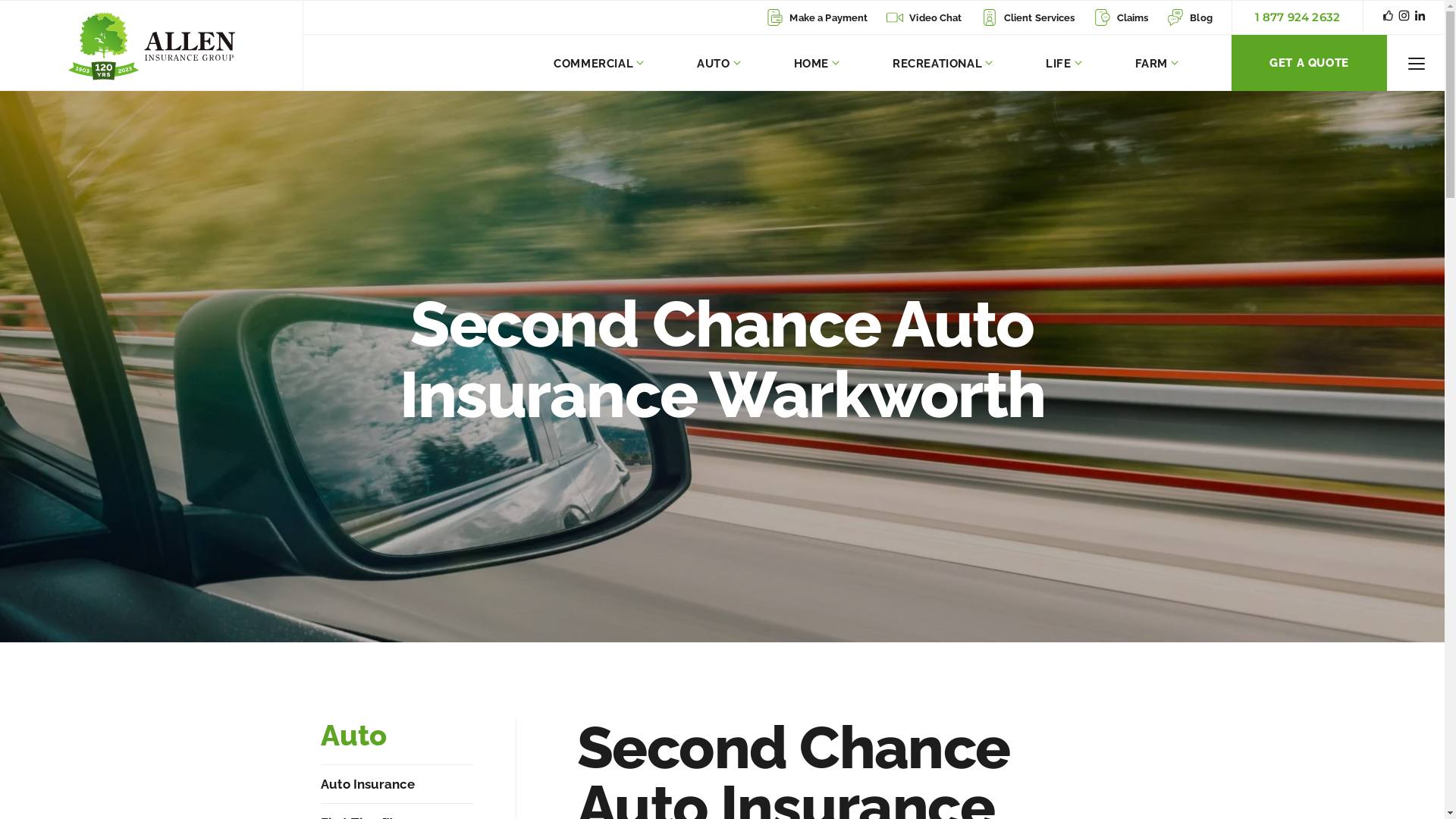  What do you see at coordinates (695, 62) in the screenshot?
I see `'AUTO'` at bounding box center [695, 62].